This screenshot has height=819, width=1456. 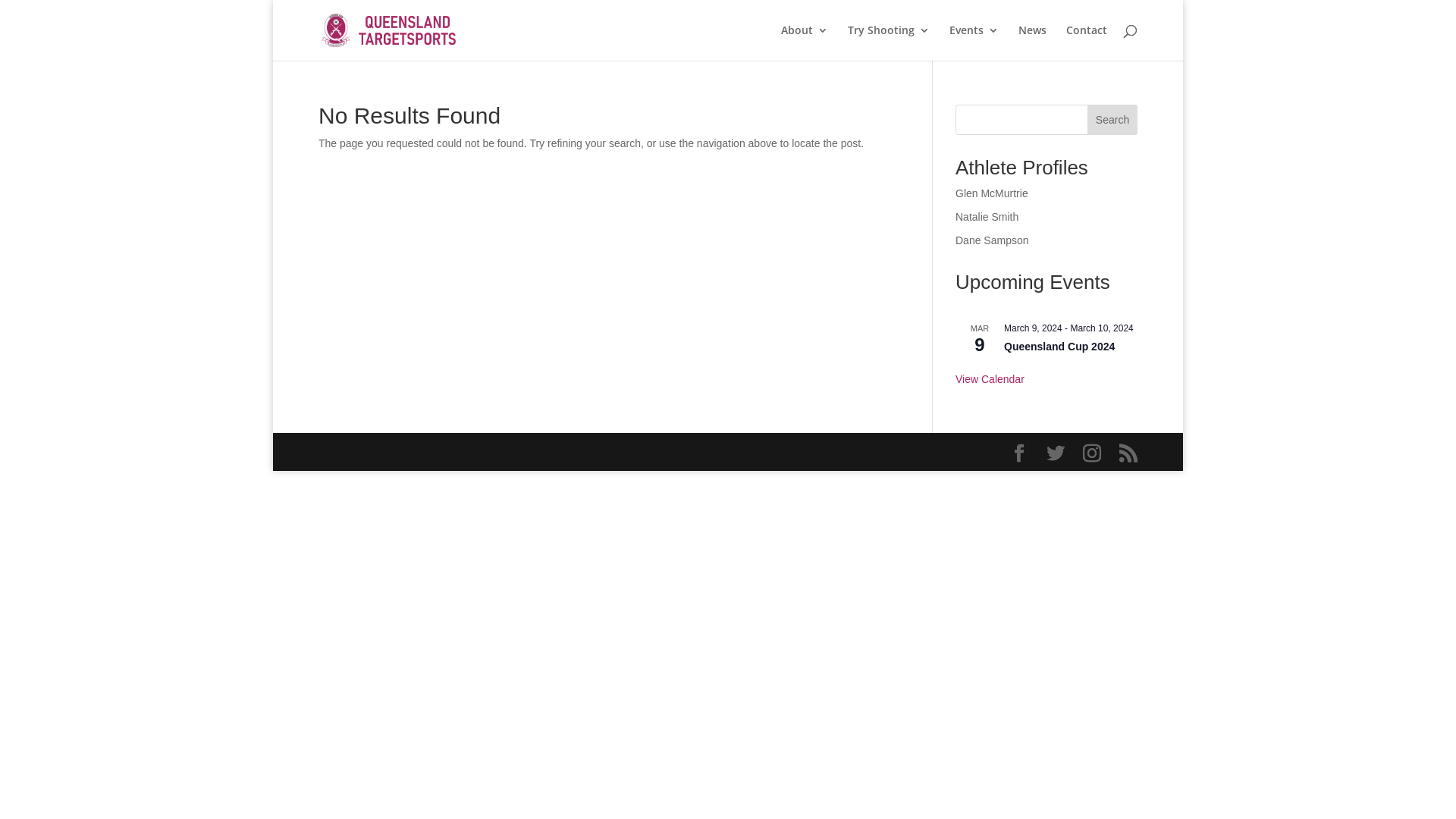 I want to click on 'About', so click(x=781, y=42).